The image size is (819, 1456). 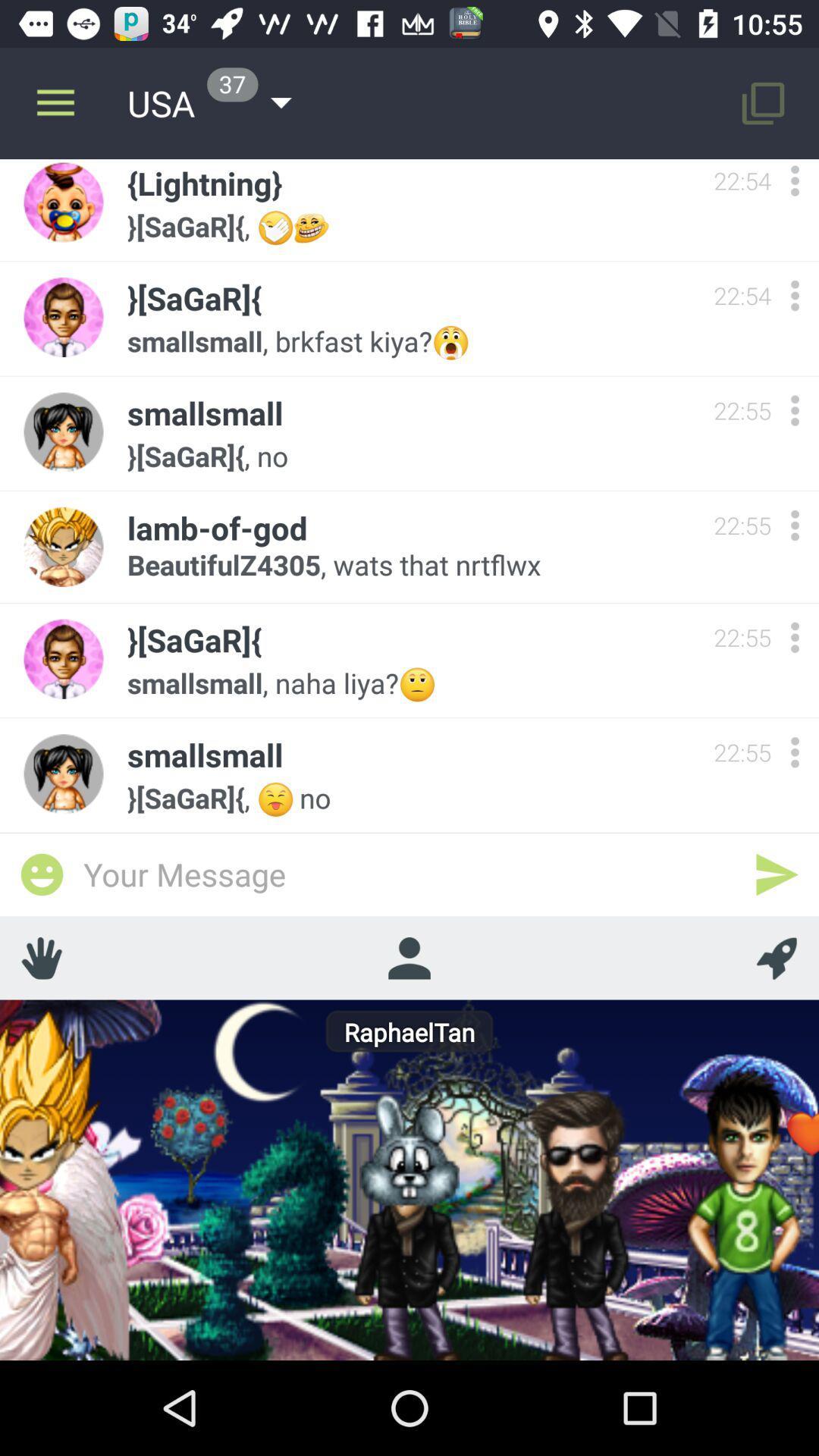 I want to click on menu option, so click(x=794, y=525).